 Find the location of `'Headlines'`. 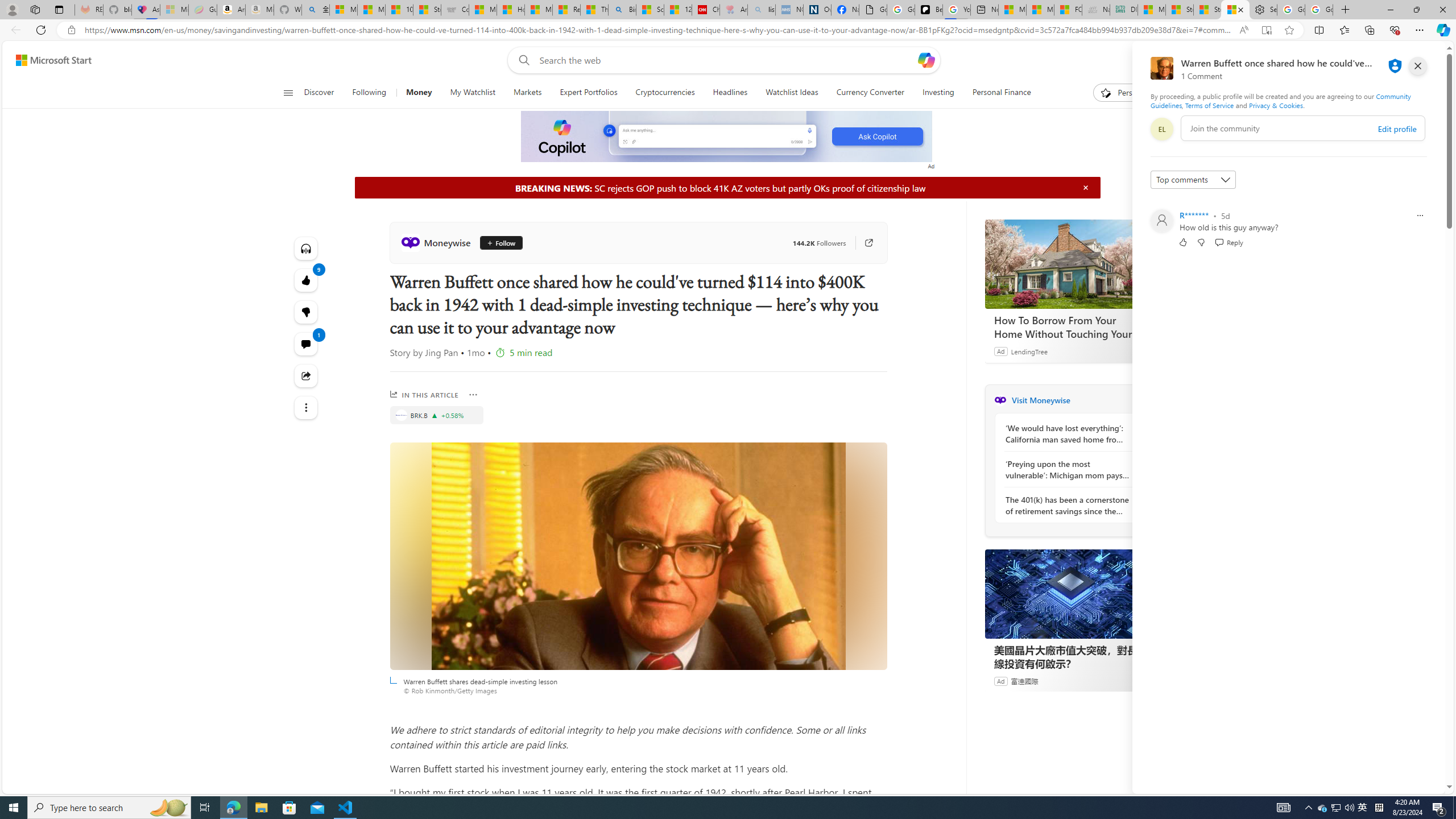

'Headlines' is located at coordinates (730, 92).